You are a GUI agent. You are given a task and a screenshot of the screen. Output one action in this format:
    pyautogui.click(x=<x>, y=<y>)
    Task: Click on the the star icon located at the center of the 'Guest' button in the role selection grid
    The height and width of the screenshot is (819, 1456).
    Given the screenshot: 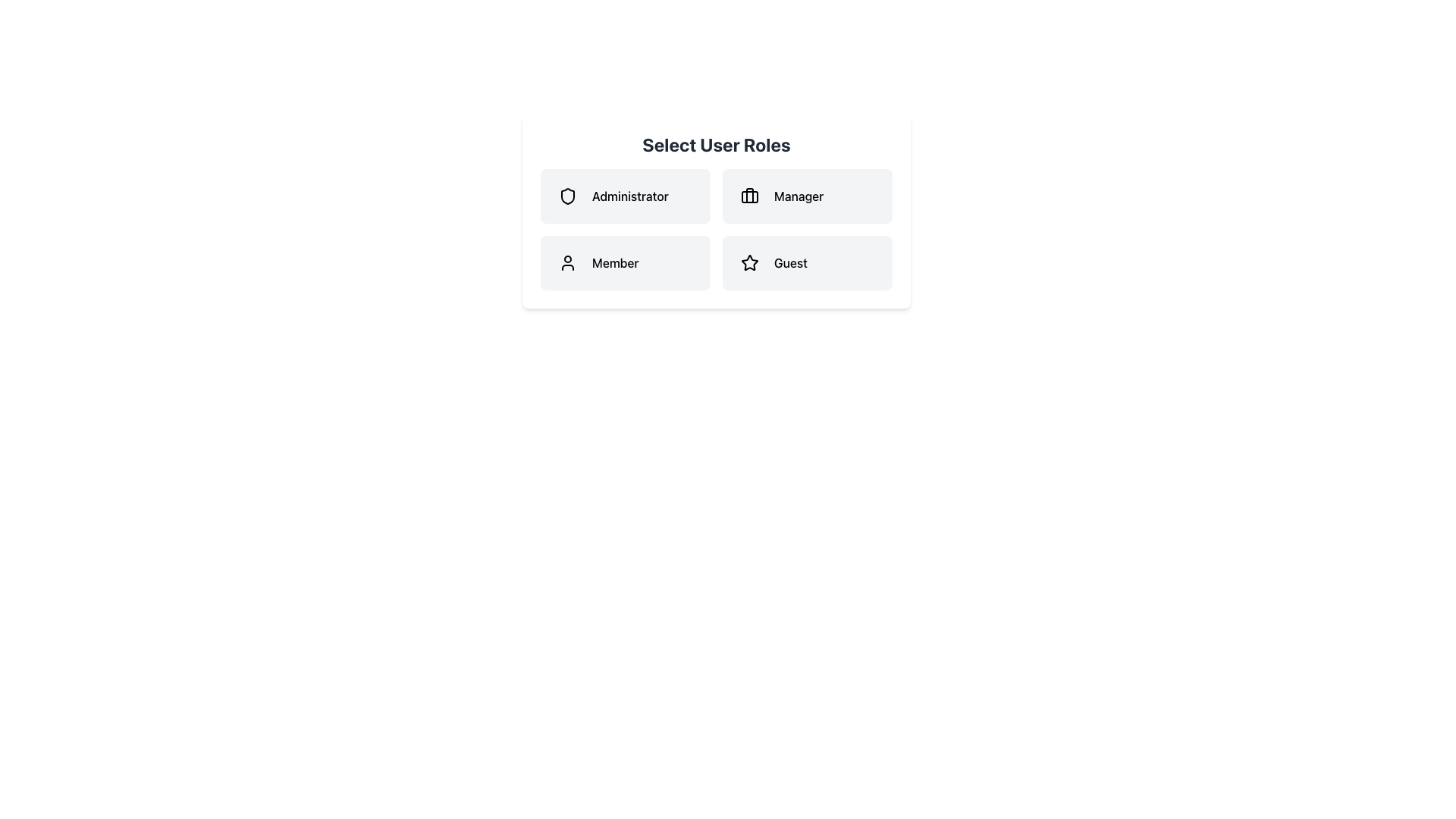 What is the action you would take?
    pyautogui.click(x=749, y=262)
    